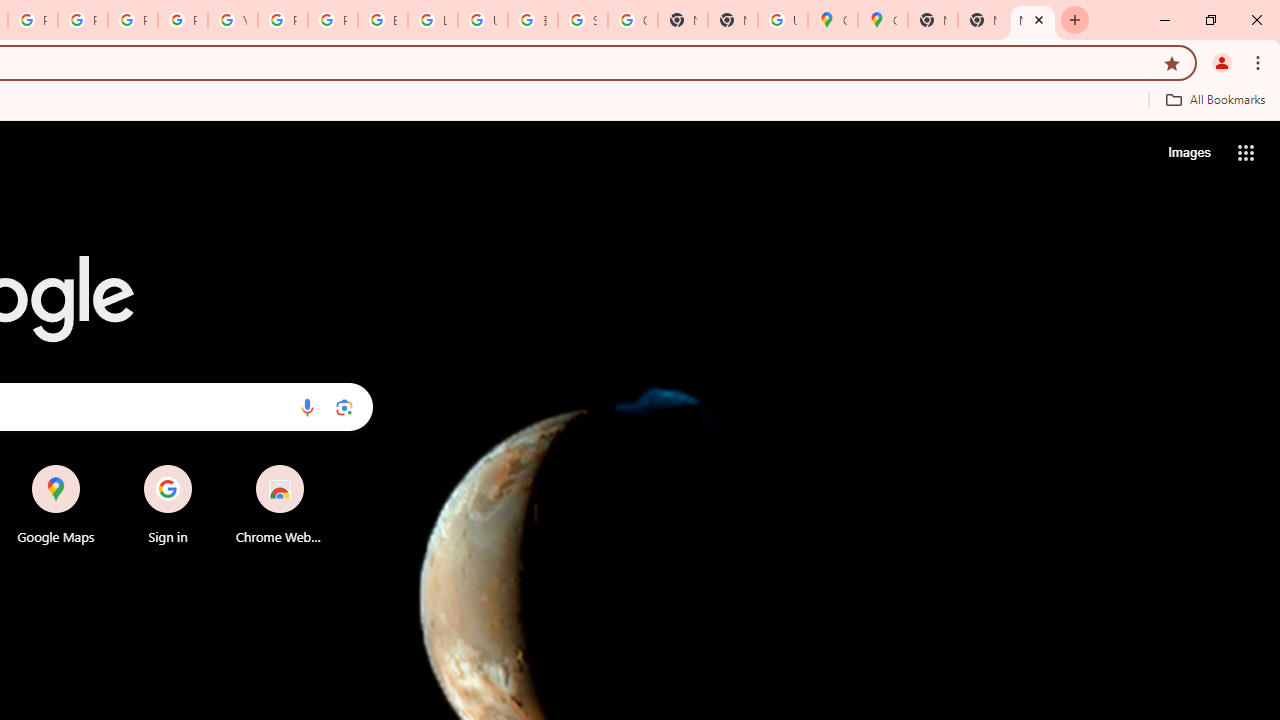 The height and width of the screenshot is (720, 1280). What do you see at coordinates (1074, 20) in the screenshot?
I see `'New Tab'` at bounding box center [1074, 20].